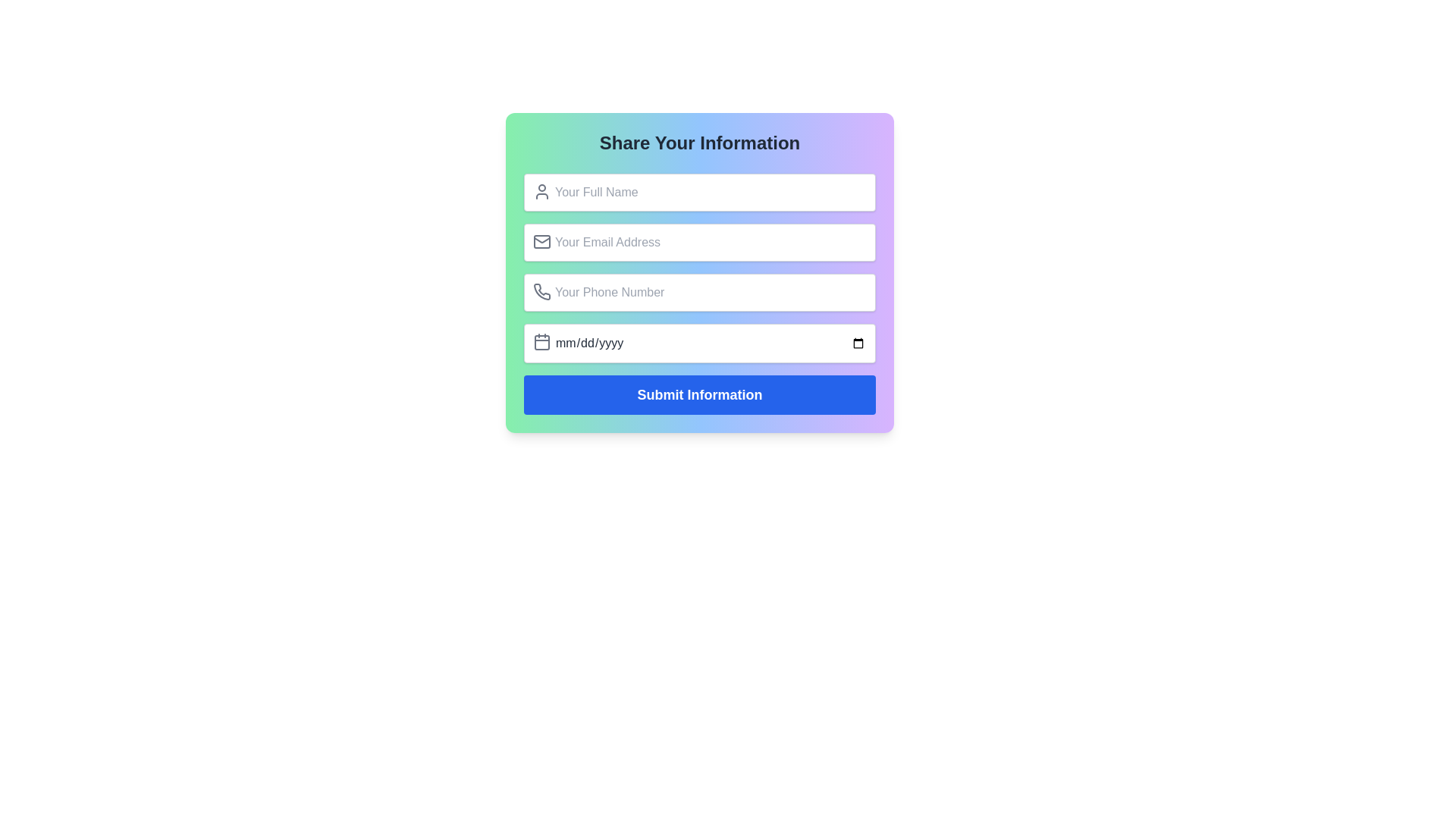  Describe the element at coordinates (542, 191) in the screenshot. I see `the Decorative Icon that resembles a user silhouette, which is located to the left of the placeholder text 'Your Full Name'` at that location.